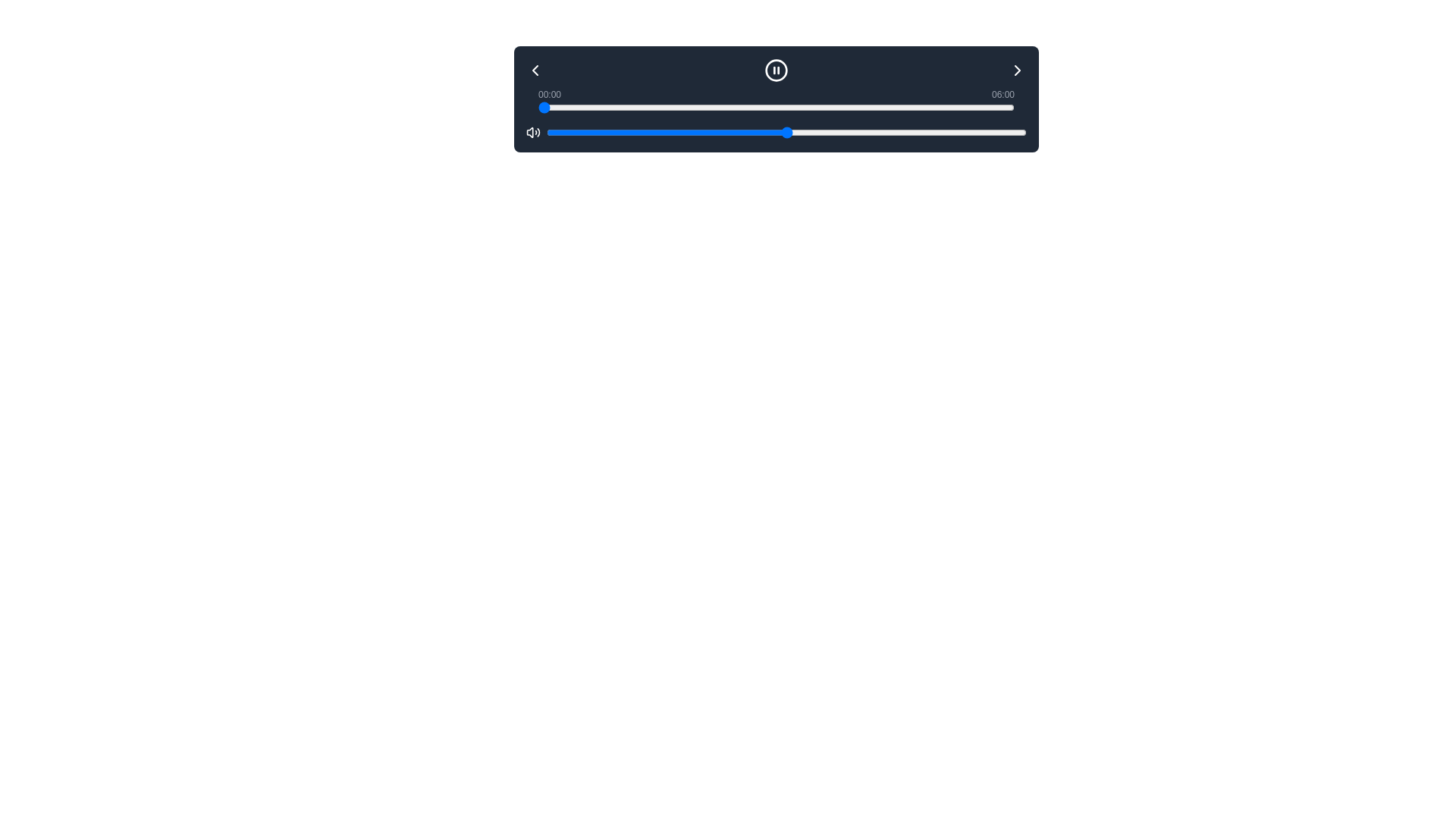  What do you see at coordinates (934, 107) in the screenshot?
I see `the playback time` at bounding box center [934, 107].